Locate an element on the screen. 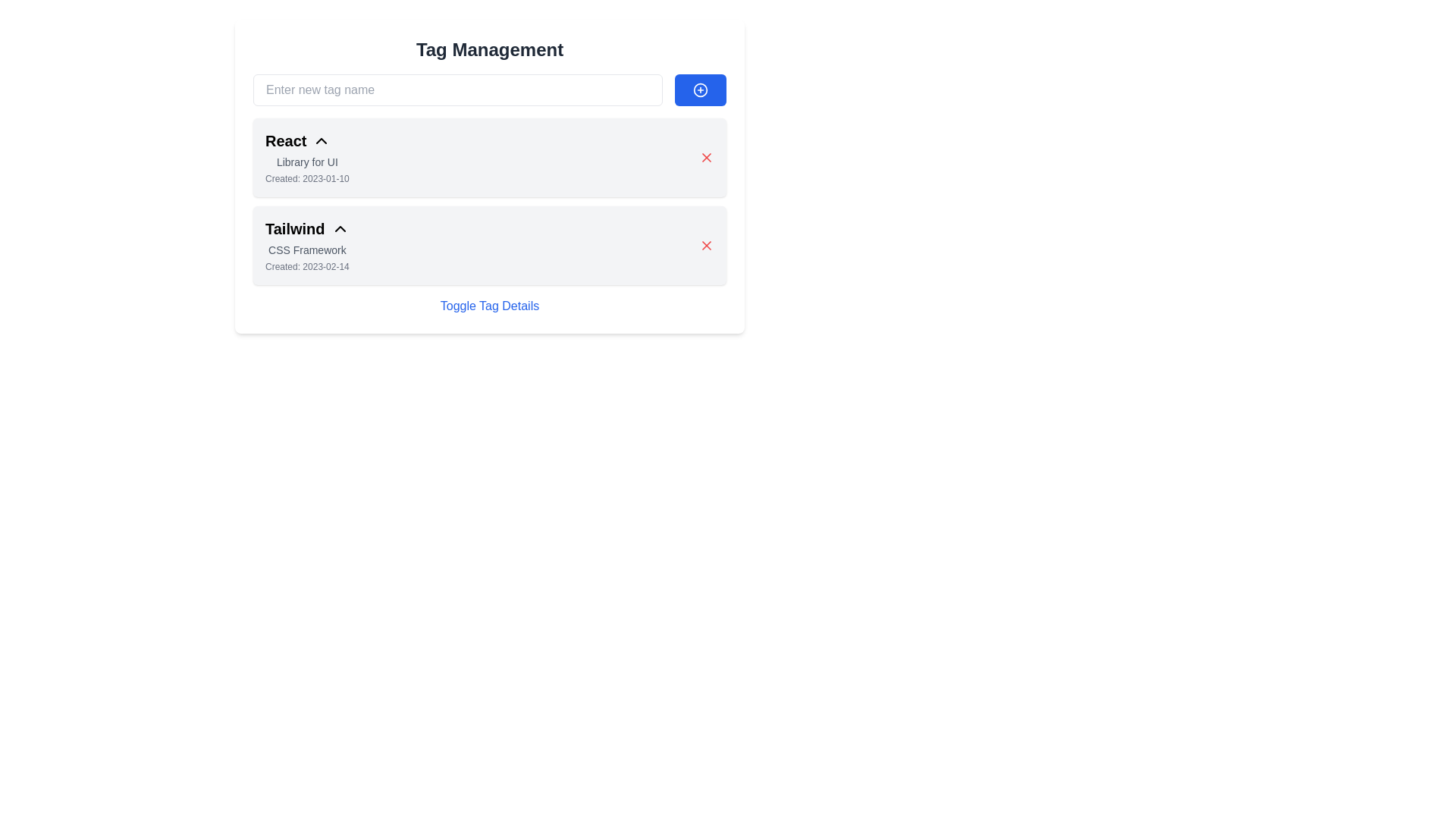 The image size is (1456, 819). the Label displaying 'Created: 2023-01-10', which is positioned below the 'Library for UI' text in the 'React' section is located at coordinates (306, 177).